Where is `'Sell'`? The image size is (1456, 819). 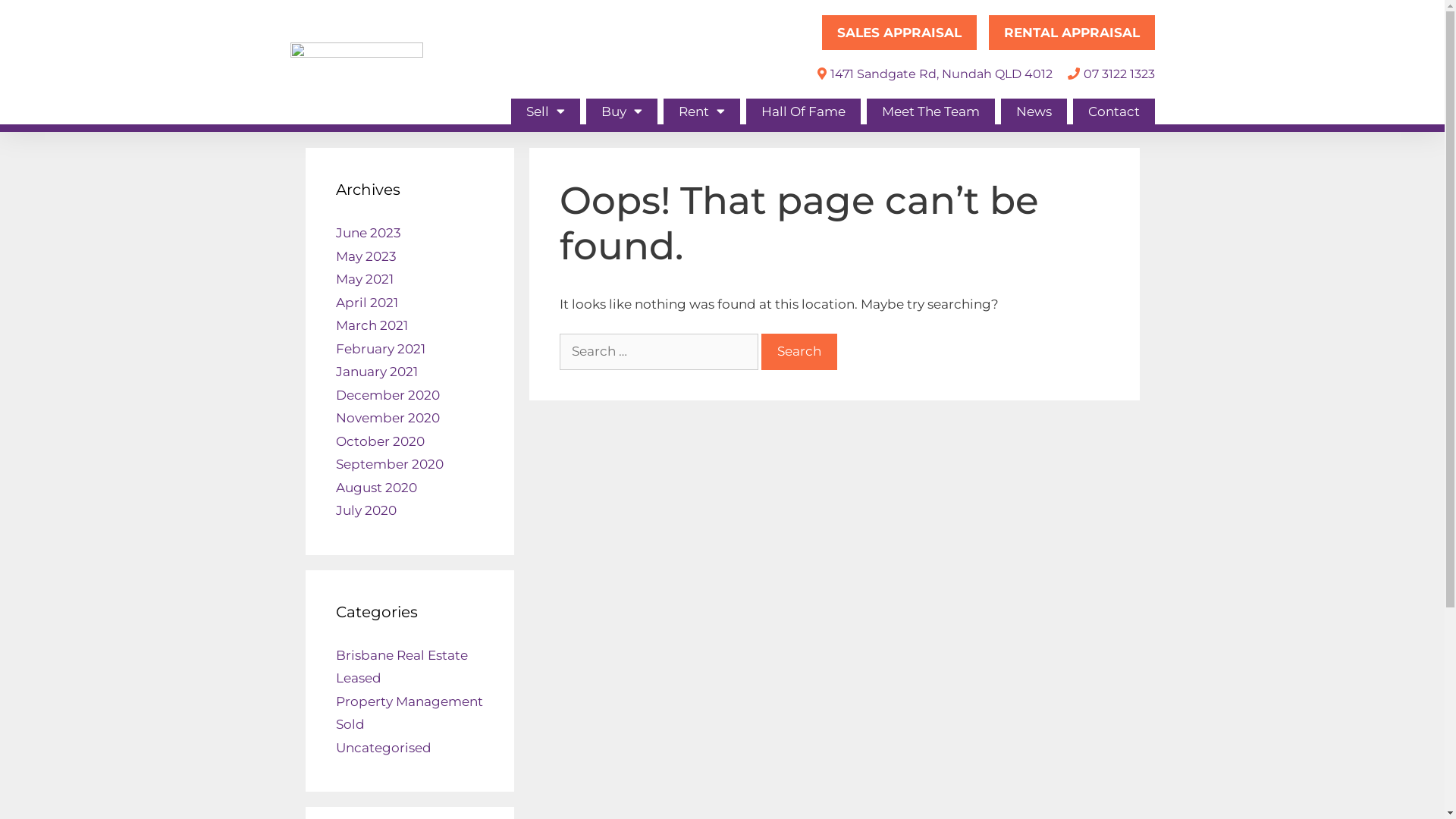
'Sell' is located at coordinates (545, 110).